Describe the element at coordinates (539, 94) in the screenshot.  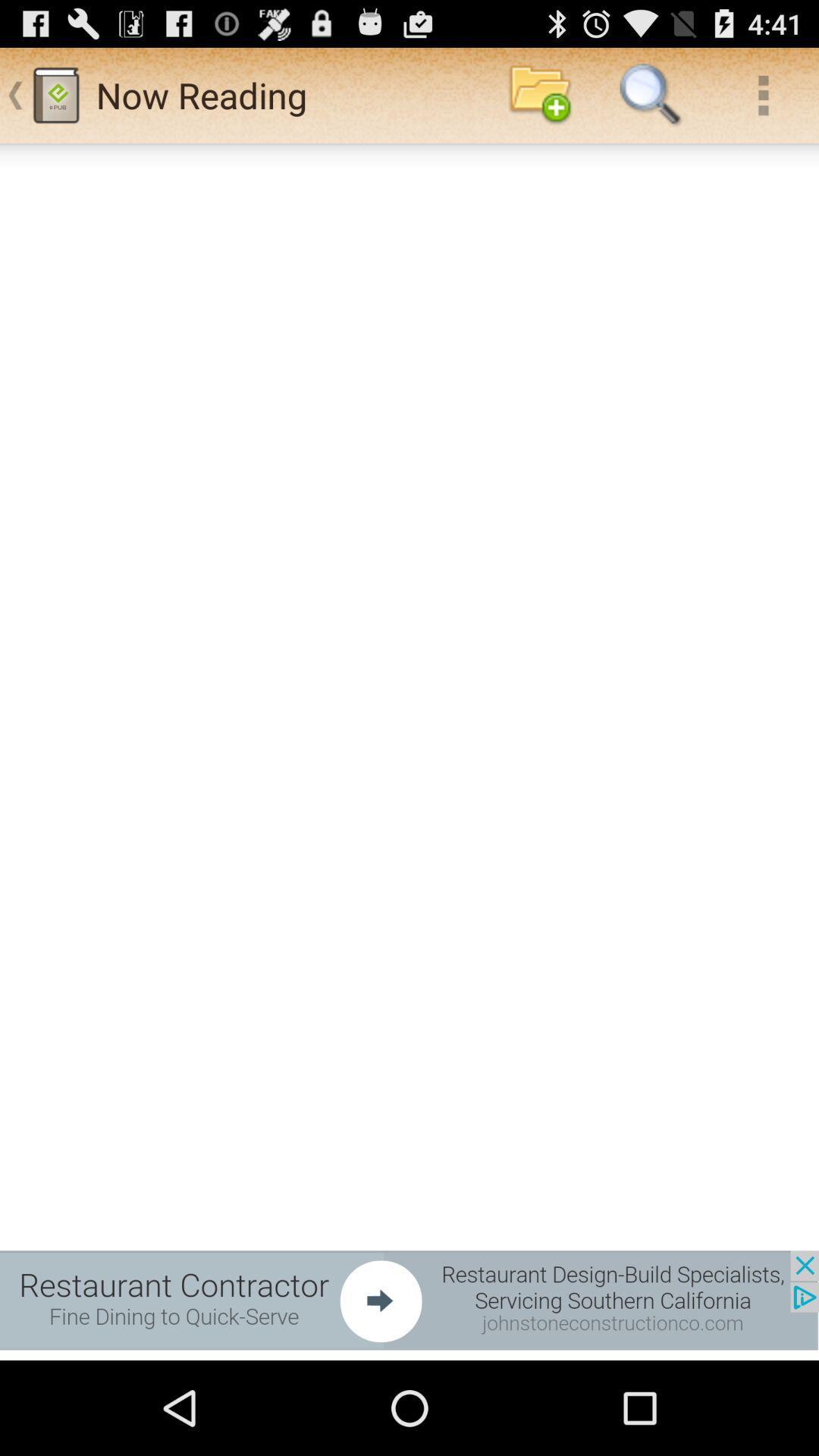
I see `the item to the right of now reading item` at that location.